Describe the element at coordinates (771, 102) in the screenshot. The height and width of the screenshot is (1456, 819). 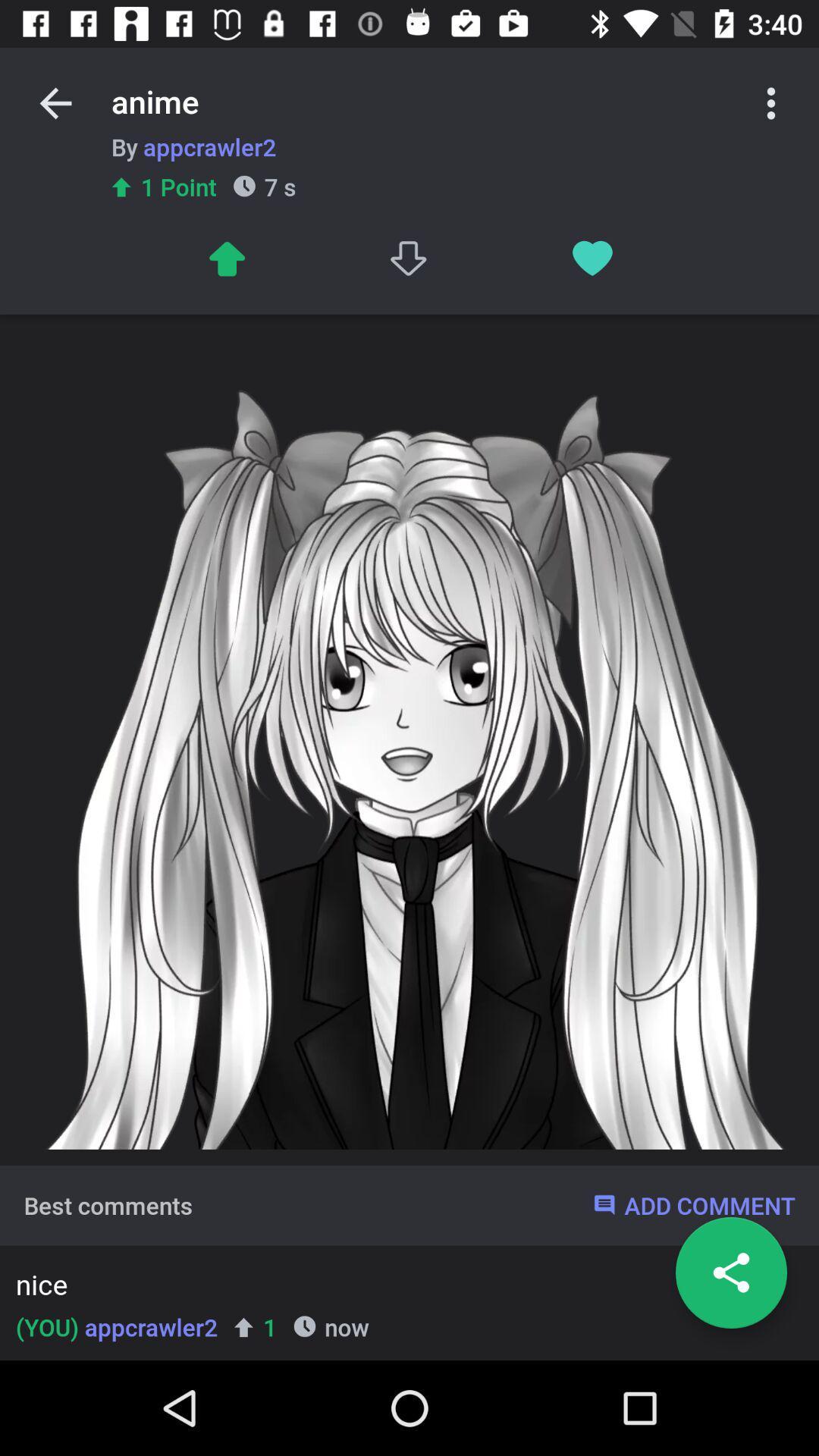
I see `options` at that location.